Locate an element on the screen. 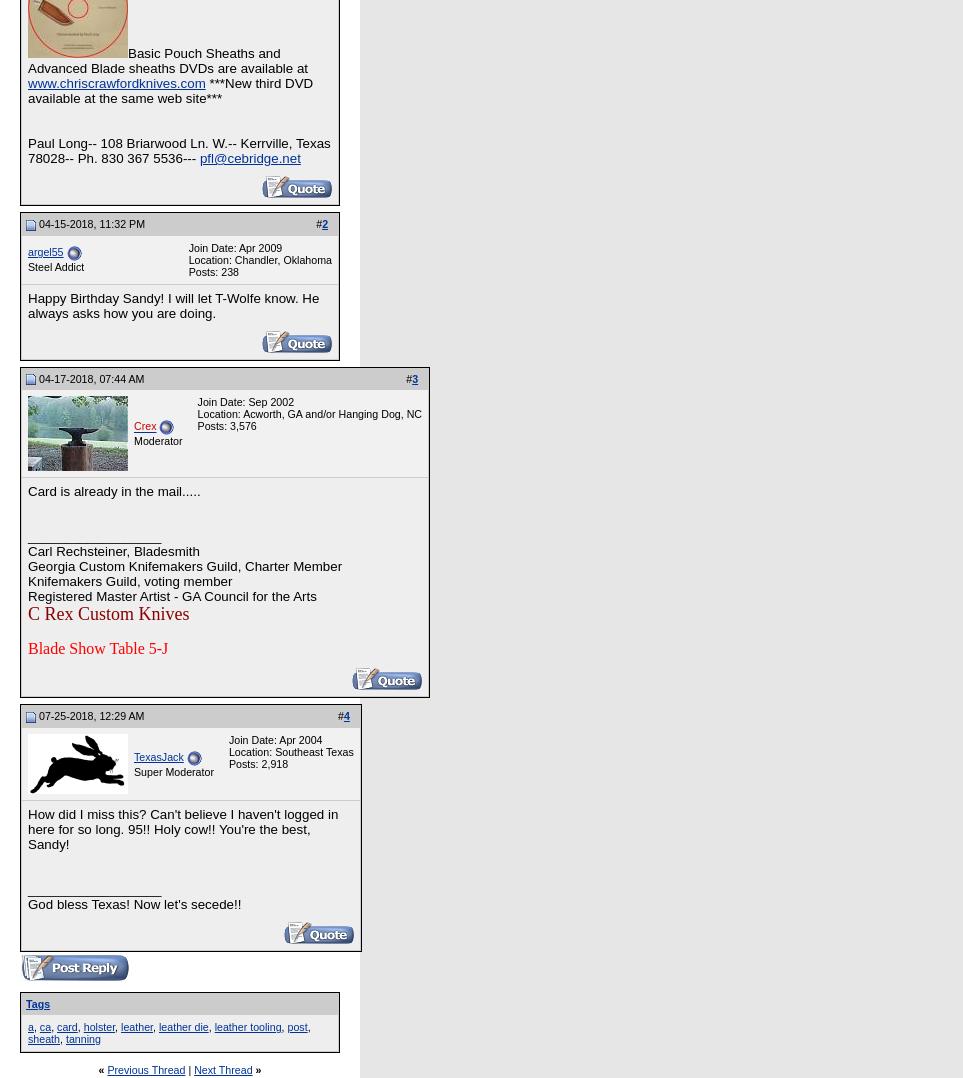 The height and width of the screenshot is (1078, 963). 'Previous Thread' is located at coordinates (145, 1070).